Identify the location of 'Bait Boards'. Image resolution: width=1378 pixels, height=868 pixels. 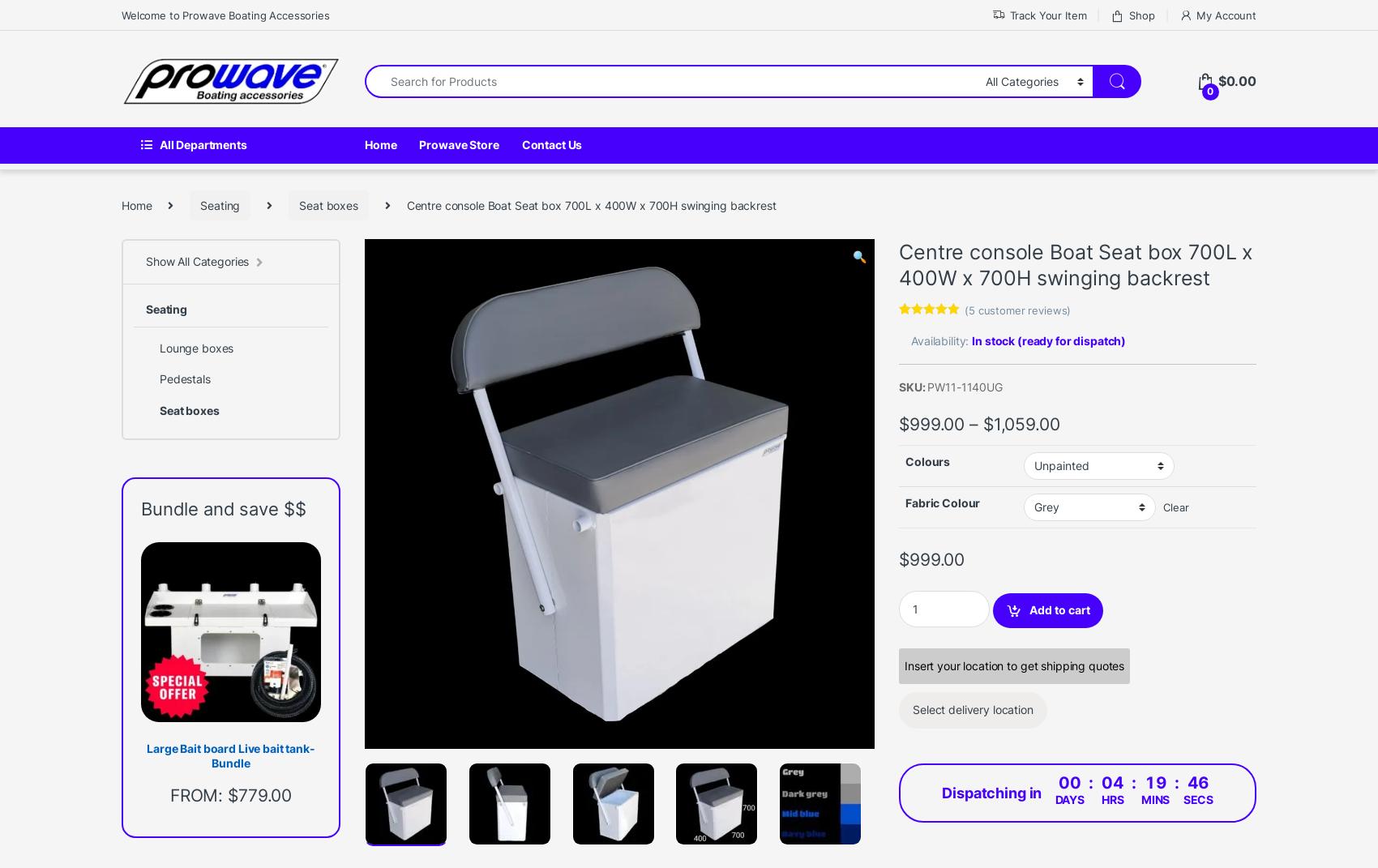
(627, 816).